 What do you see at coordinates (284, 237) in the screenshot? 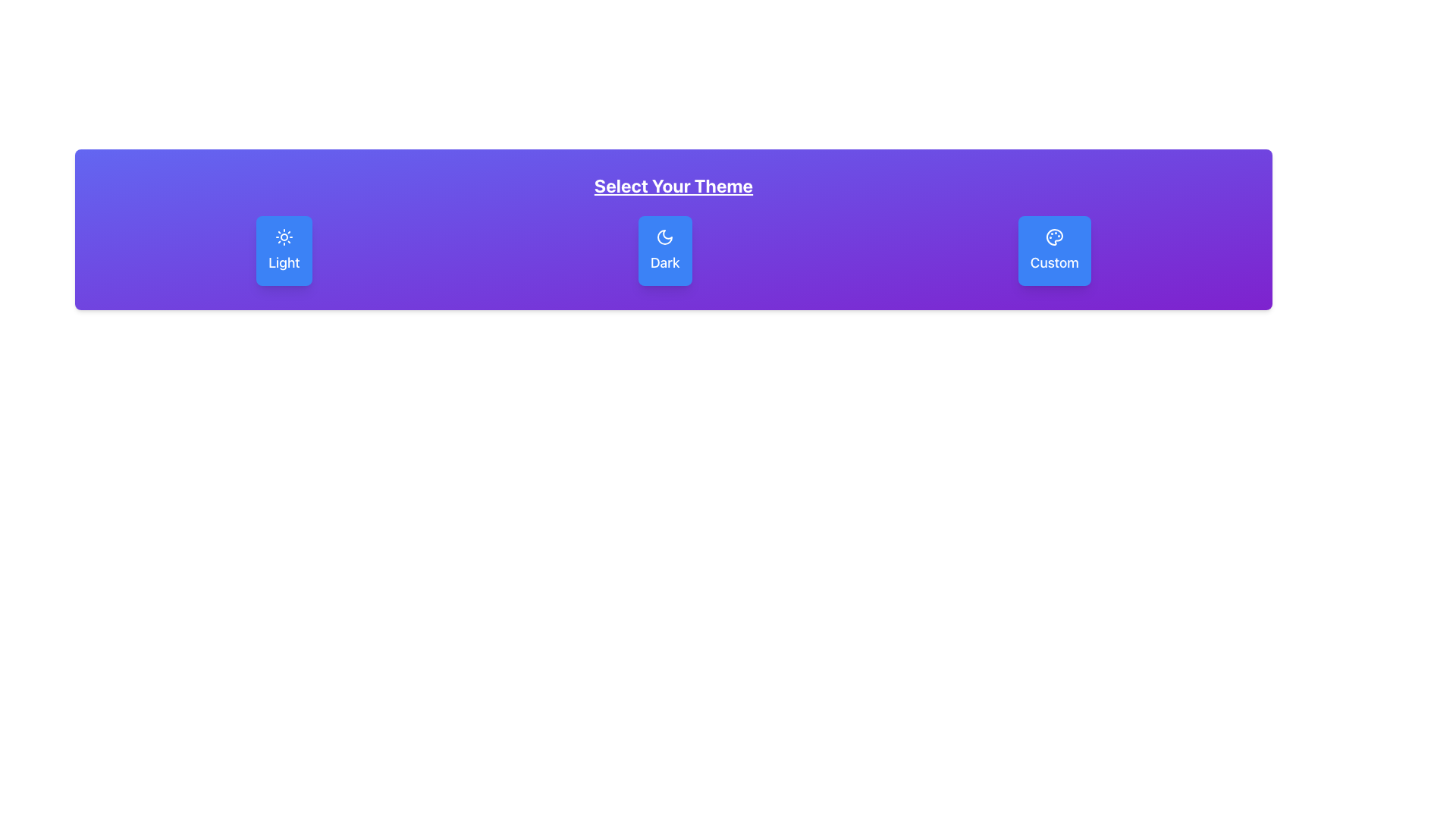
I see `the sun icon located at the top of the 'Light' button` at bounding box center [284, 237].